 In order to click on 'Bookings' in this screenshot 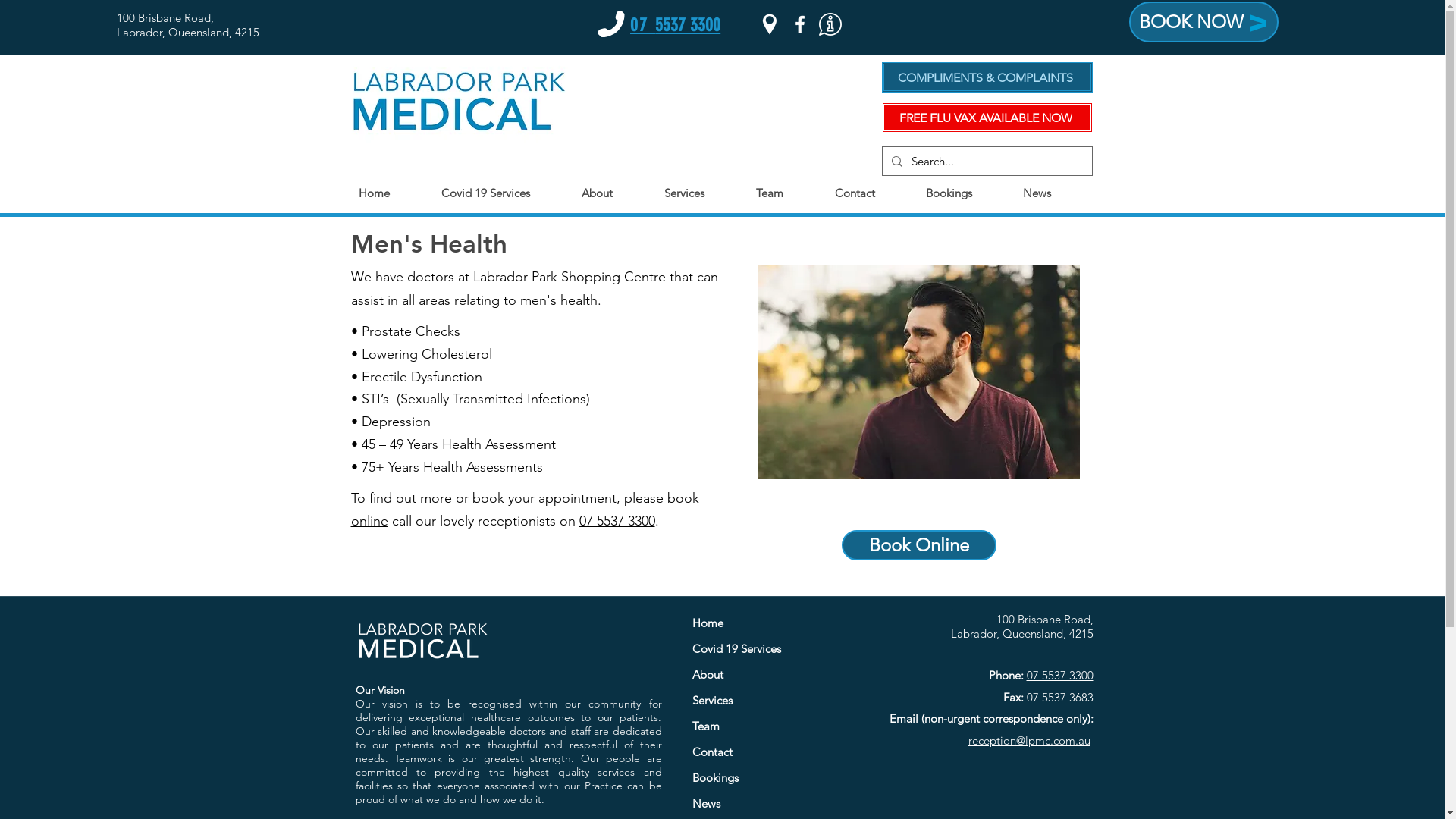, I will do `click(766, 778)`.